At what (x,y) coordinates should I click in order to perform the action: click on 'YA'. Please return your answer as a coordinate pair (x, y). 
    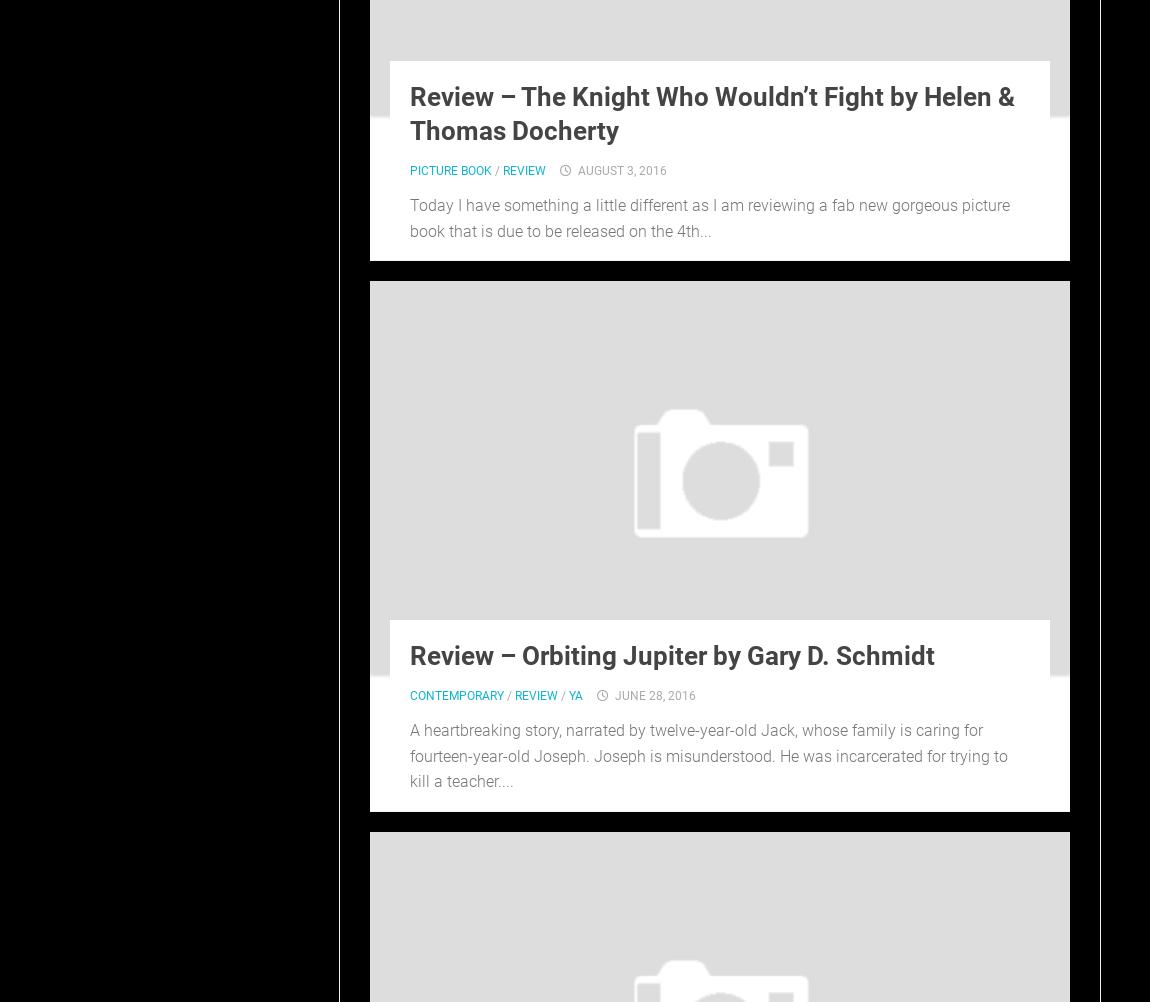
    Looking at the image, I should click on (575, 695).